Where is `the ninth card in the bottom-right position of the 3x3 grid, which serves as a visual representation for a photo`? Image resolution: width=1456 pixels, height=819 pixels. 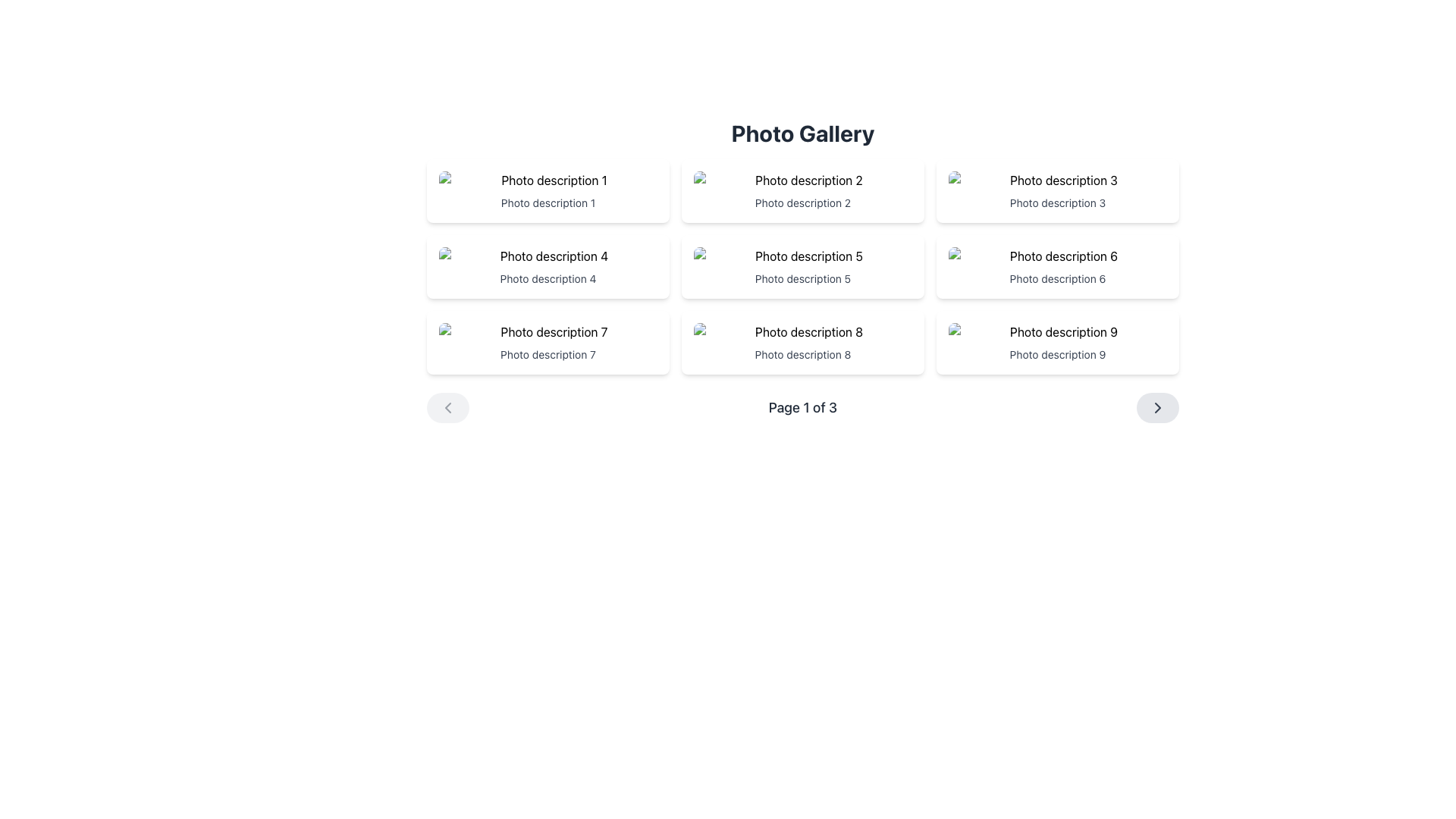
the ninth card in the bottom-right position of the 3x3 grid, which serves as a visual representation for a photo is located at coordinates (1057, 342).